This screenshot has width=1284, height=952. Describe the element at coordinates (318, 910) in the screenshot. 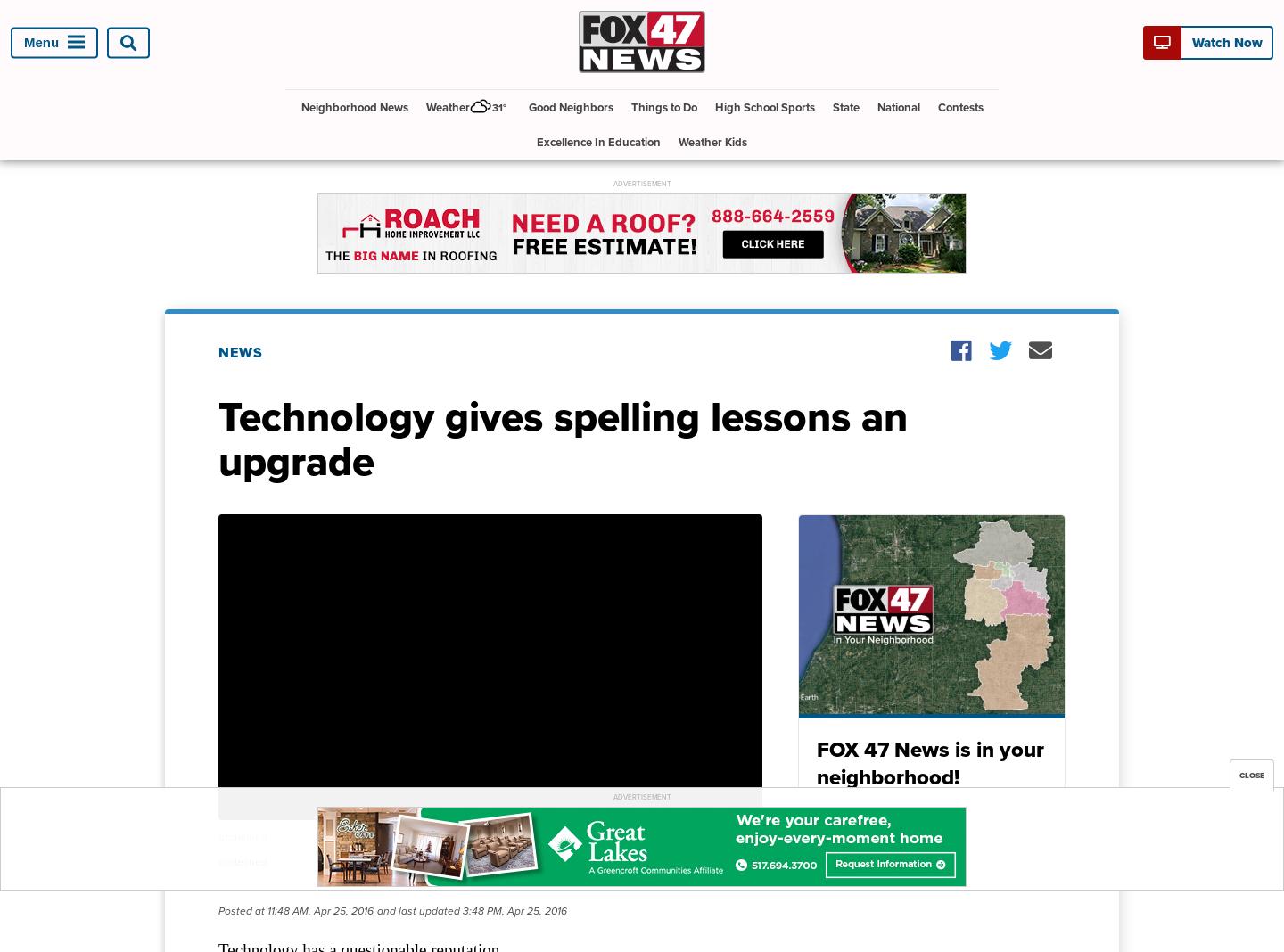

I see `'11:48 AM, Apr 25, 2016'` at that location.